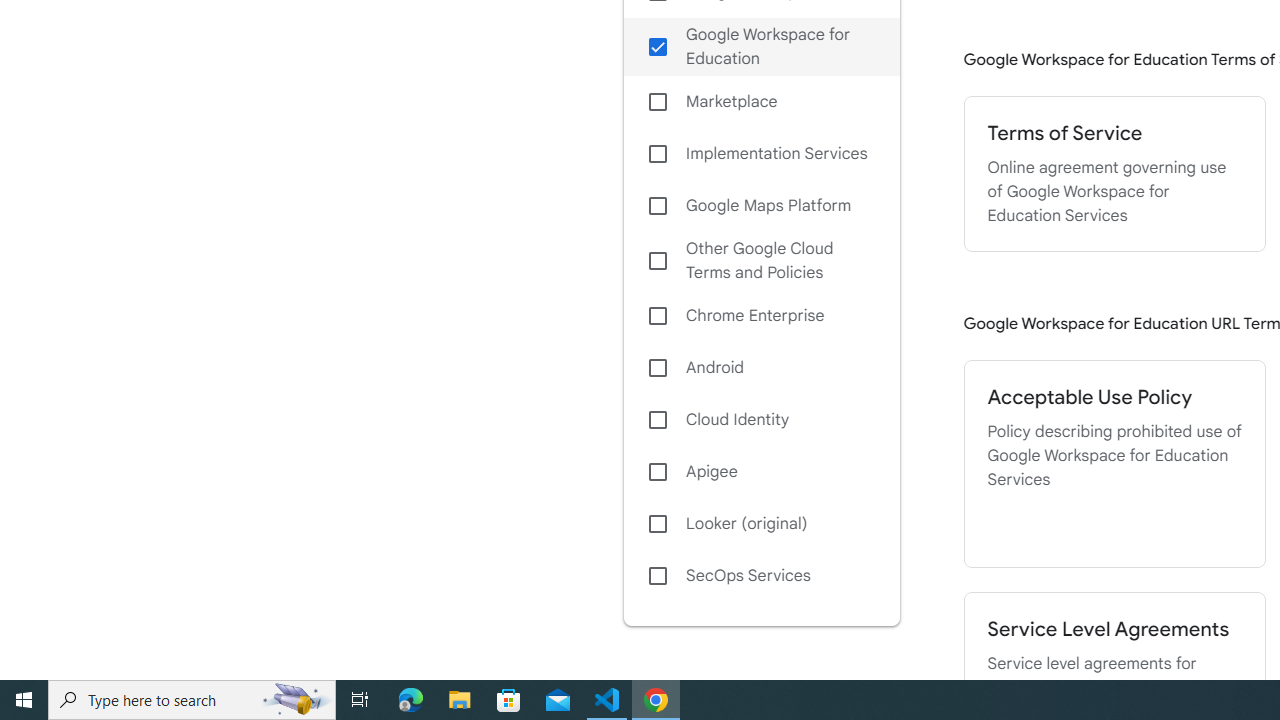 The height and width of the screenshot is (720, 1280). I want to click on 'Apigee', so click(760, 471).